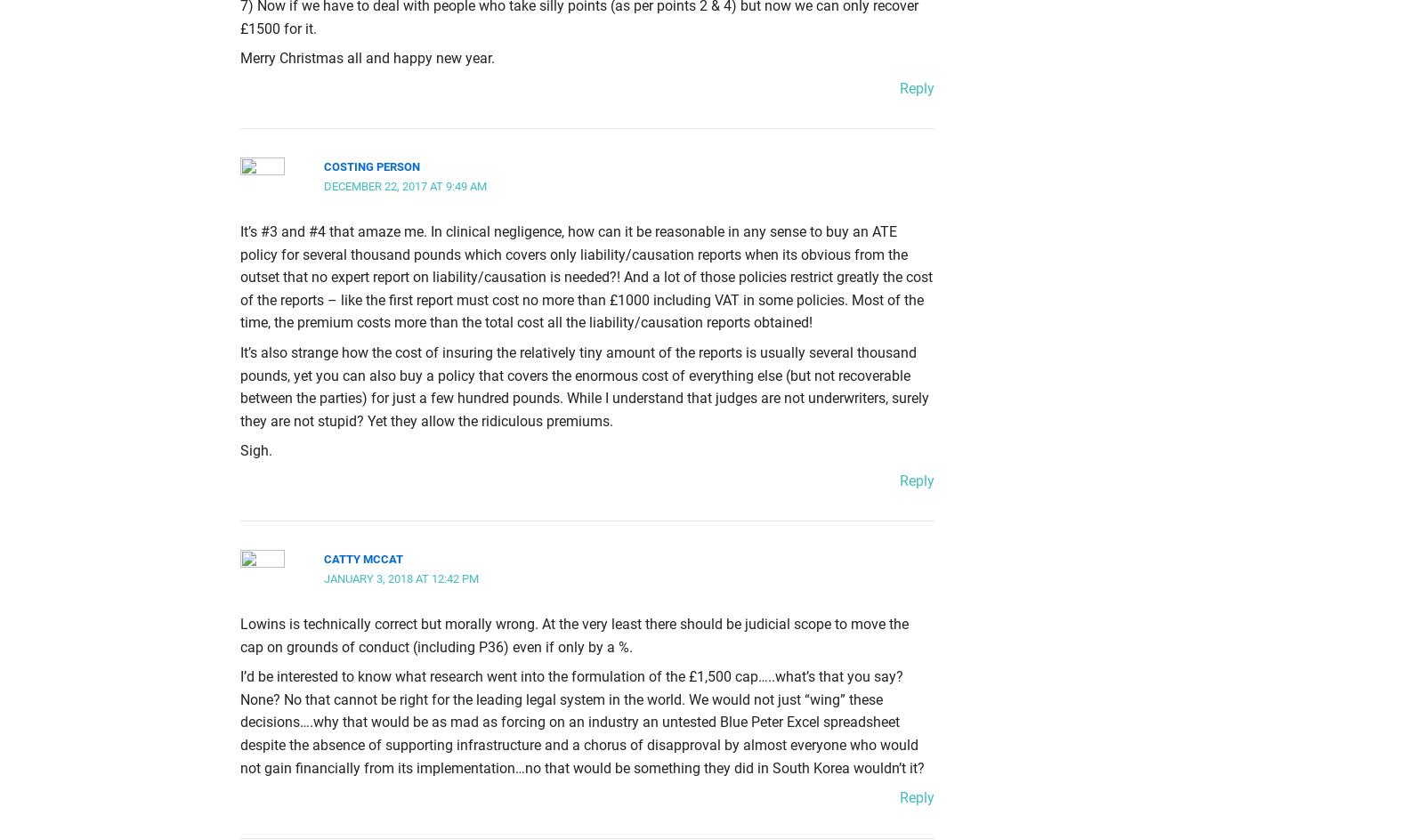  What do you see at coordinates (574, 635) in the screenshot?
I see `'Lowins is technically correct but morally wrong.  At the very least there should be judicial scope to move the cap on grounds of conduct (including P36) even if only by a %.'` at bounding box center [574, 635].